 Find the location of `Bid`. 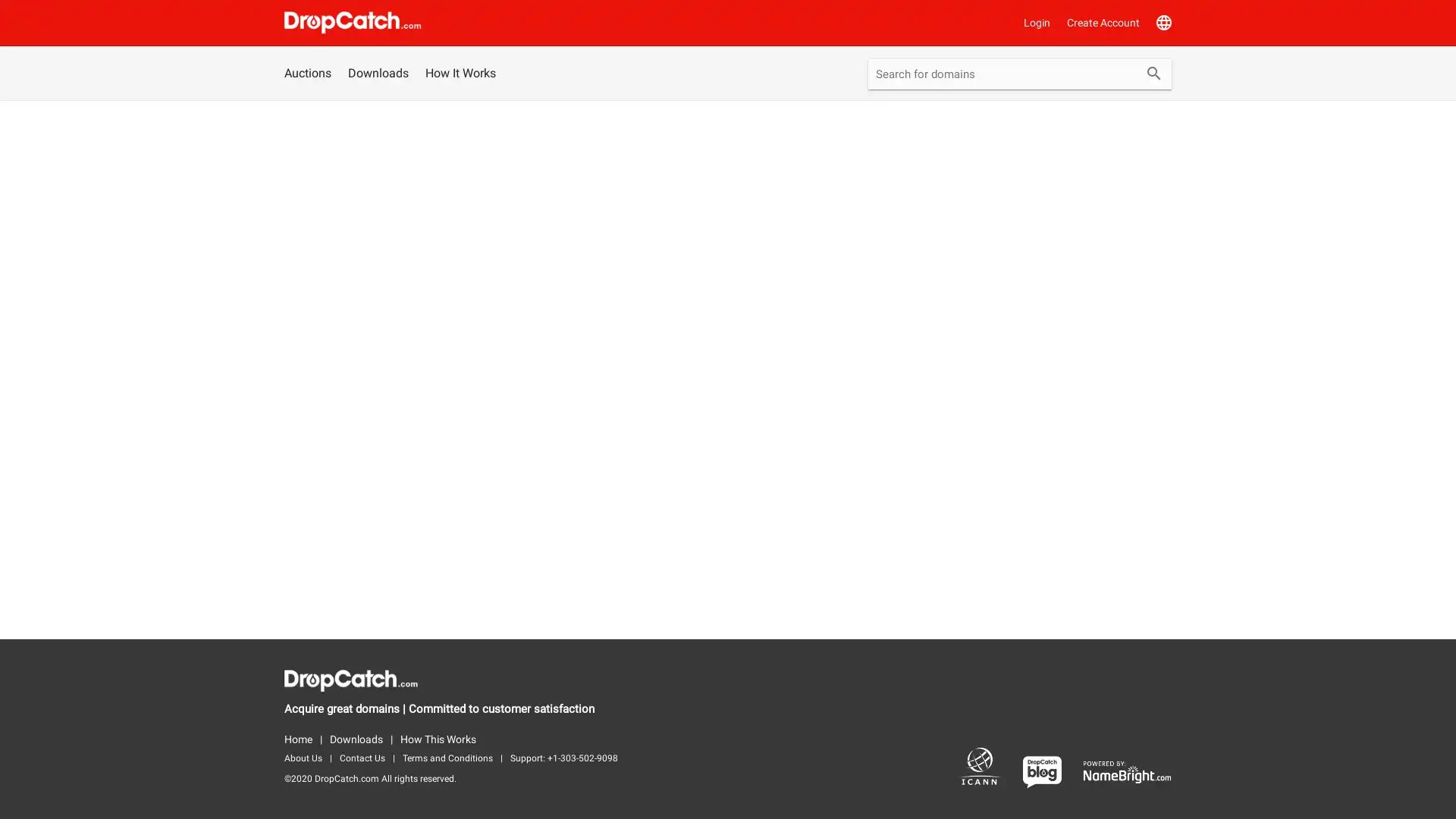

Bid is located at coordinates (1139, 704).